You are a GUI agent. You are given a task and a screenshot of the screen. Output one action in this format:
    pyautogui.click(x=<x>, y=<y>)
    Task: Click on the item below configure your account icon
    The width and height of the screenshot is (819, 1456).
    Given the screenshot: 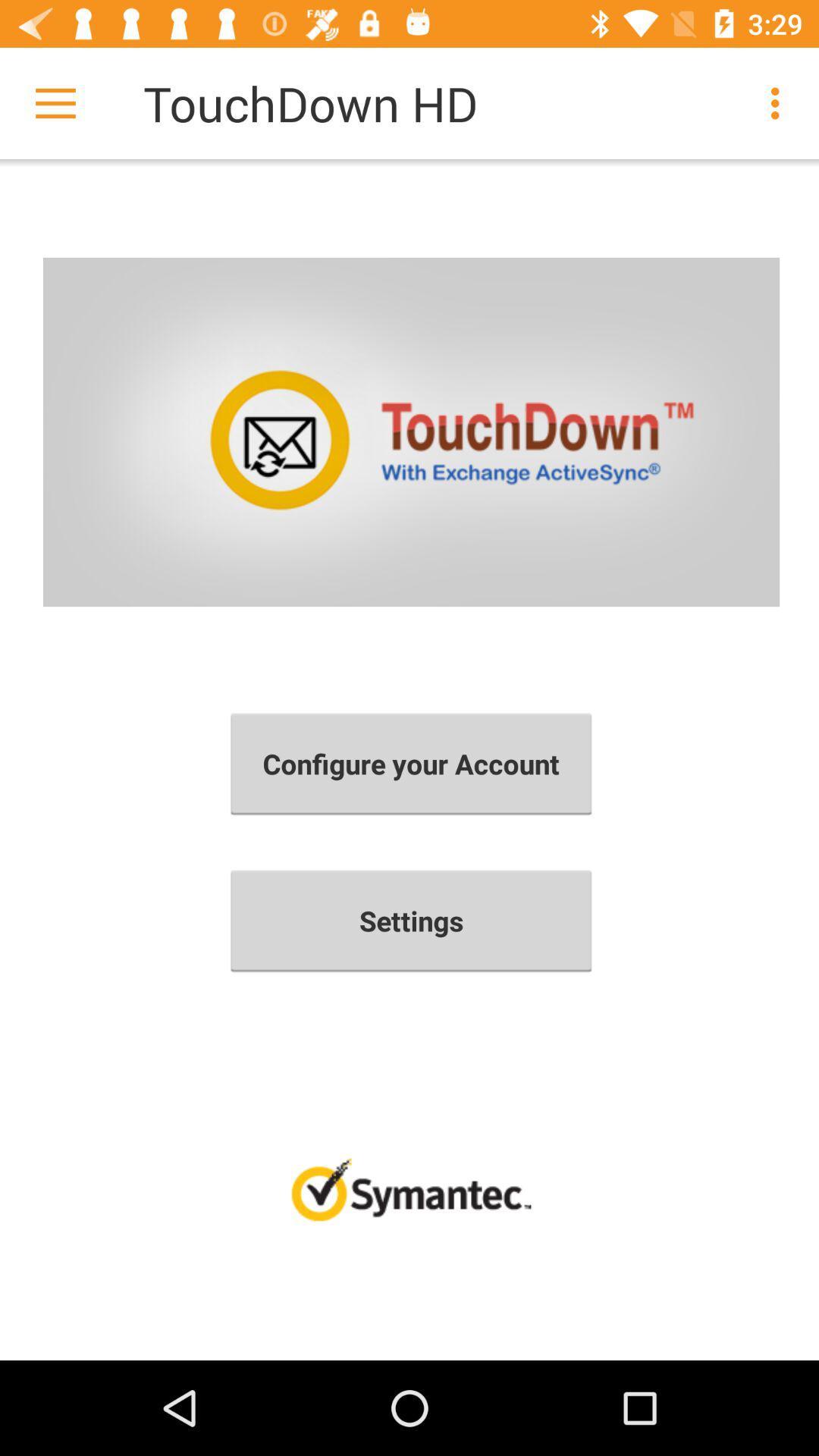 What is the action you would take?
    pyautogui.click(x=411, y=920)
    